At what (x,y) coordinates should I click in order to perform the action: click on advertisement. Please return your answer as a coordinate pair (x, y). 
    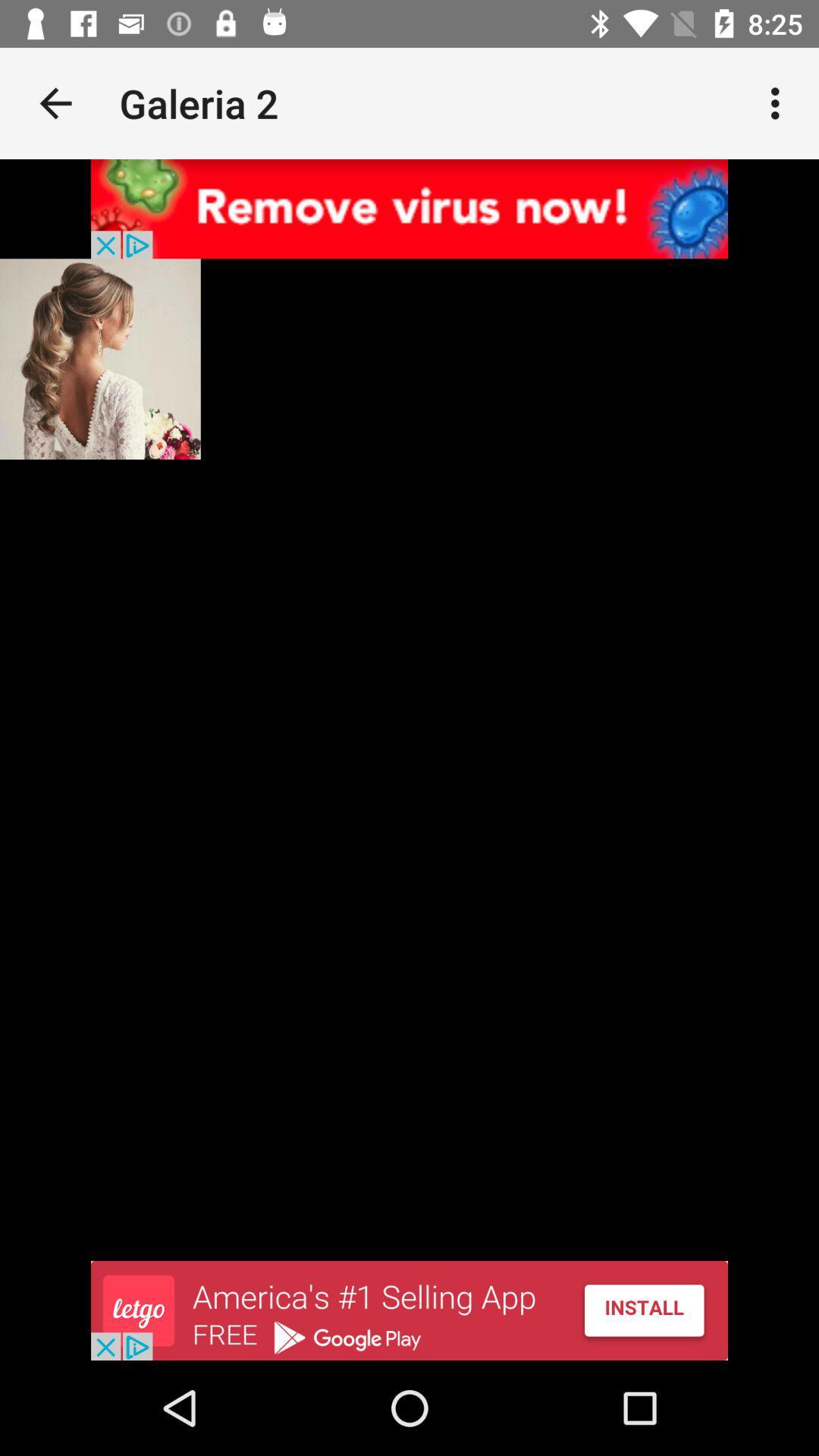
    Looking at the image, I should click on (409, 1310).